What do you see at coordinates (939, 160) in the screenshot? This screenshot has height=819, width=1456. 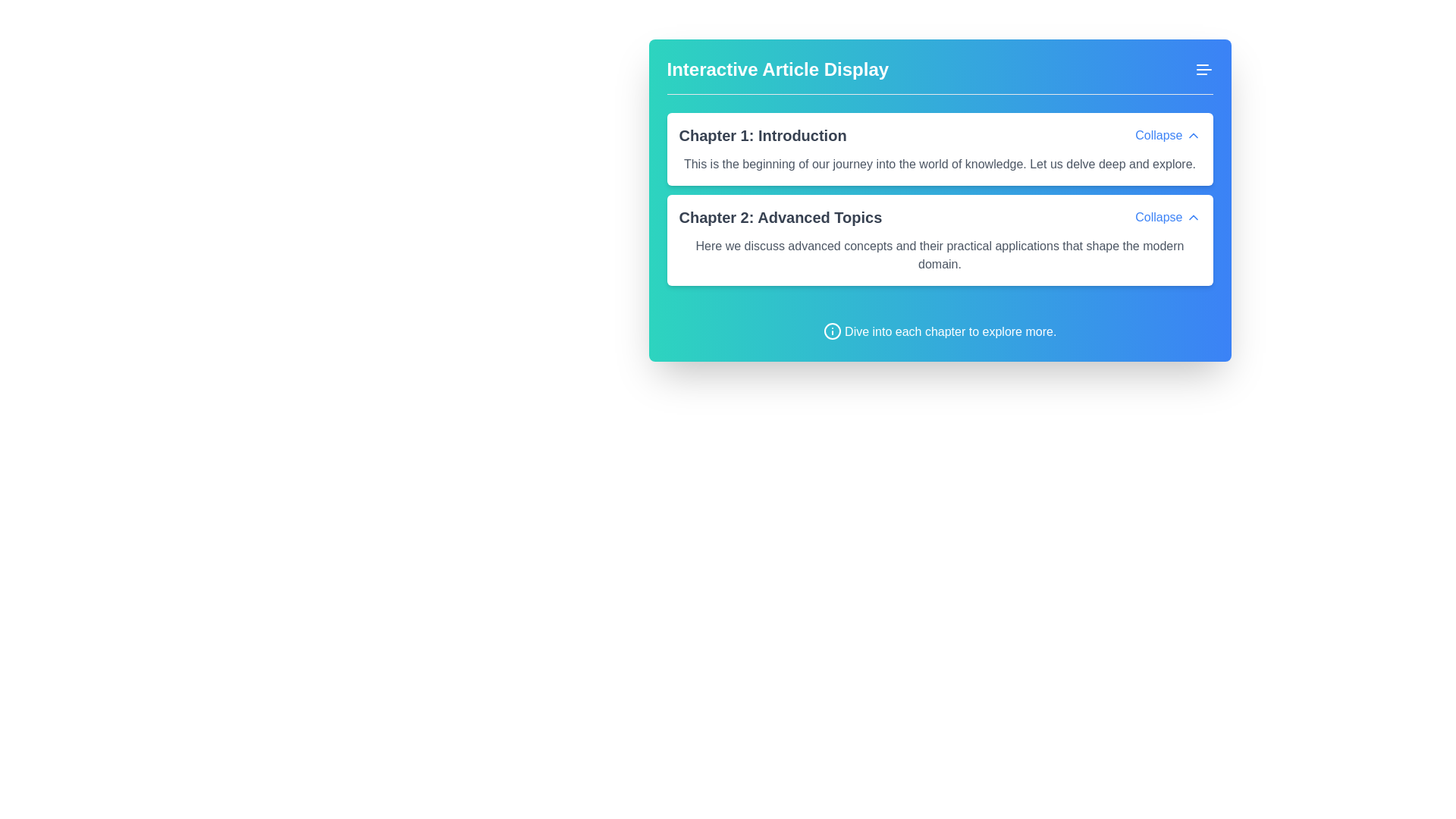 I see `the descriptive text block located in the first collapsible section beneath the heading 'Chapter 1: Introduction'` at bounding box center [939, 160].